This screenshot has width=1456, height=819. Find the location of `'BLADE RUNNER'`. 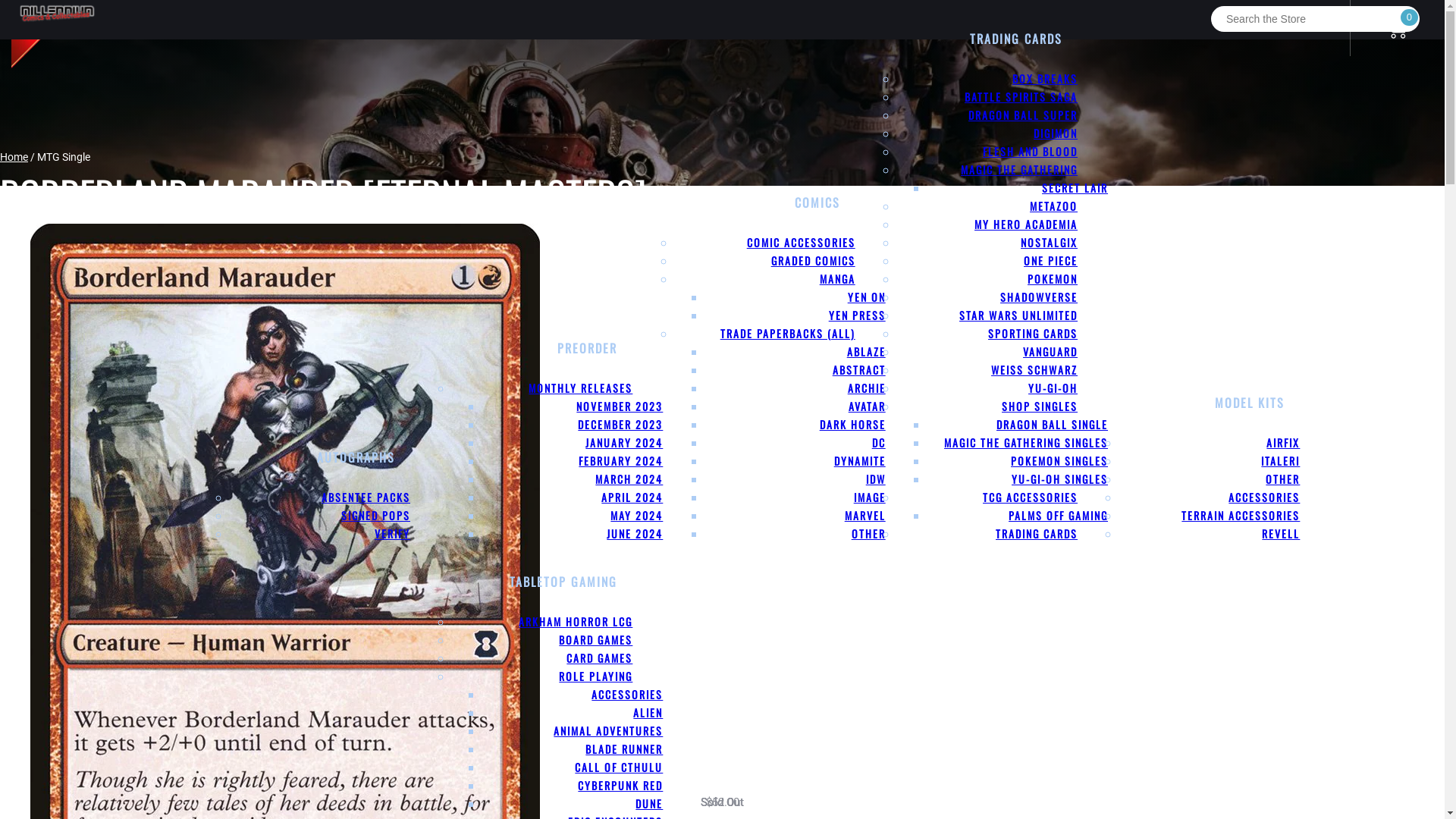

'BLADE RUNNER' is located at coordinates (623, 748).